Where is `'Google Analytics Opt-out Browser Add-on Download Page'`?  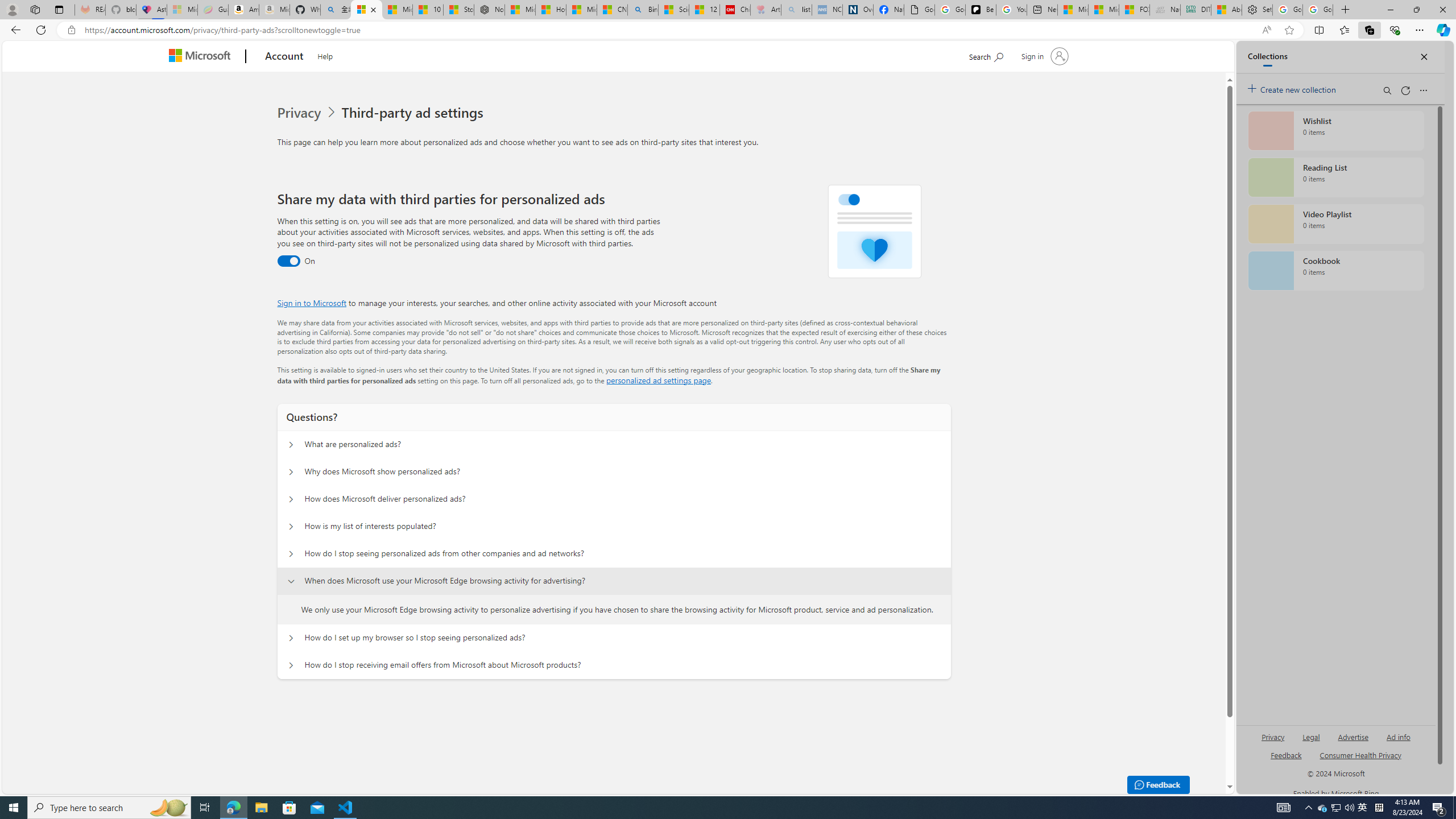
'Google Analytics Opt-out Browser Add-on Download Page' is located at coordinates (919, 9).